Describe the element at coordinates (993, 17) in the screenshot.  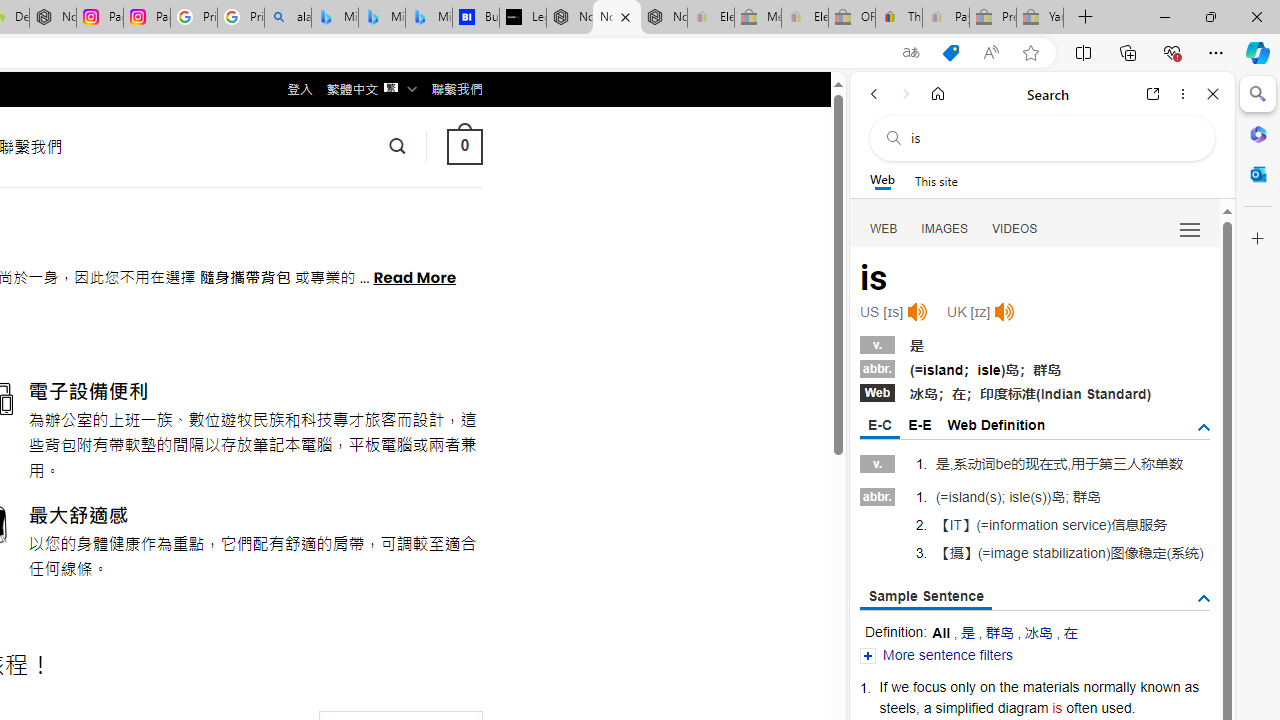
I see `'Press Room - eBay Inc. - Sleeping'` at that location.